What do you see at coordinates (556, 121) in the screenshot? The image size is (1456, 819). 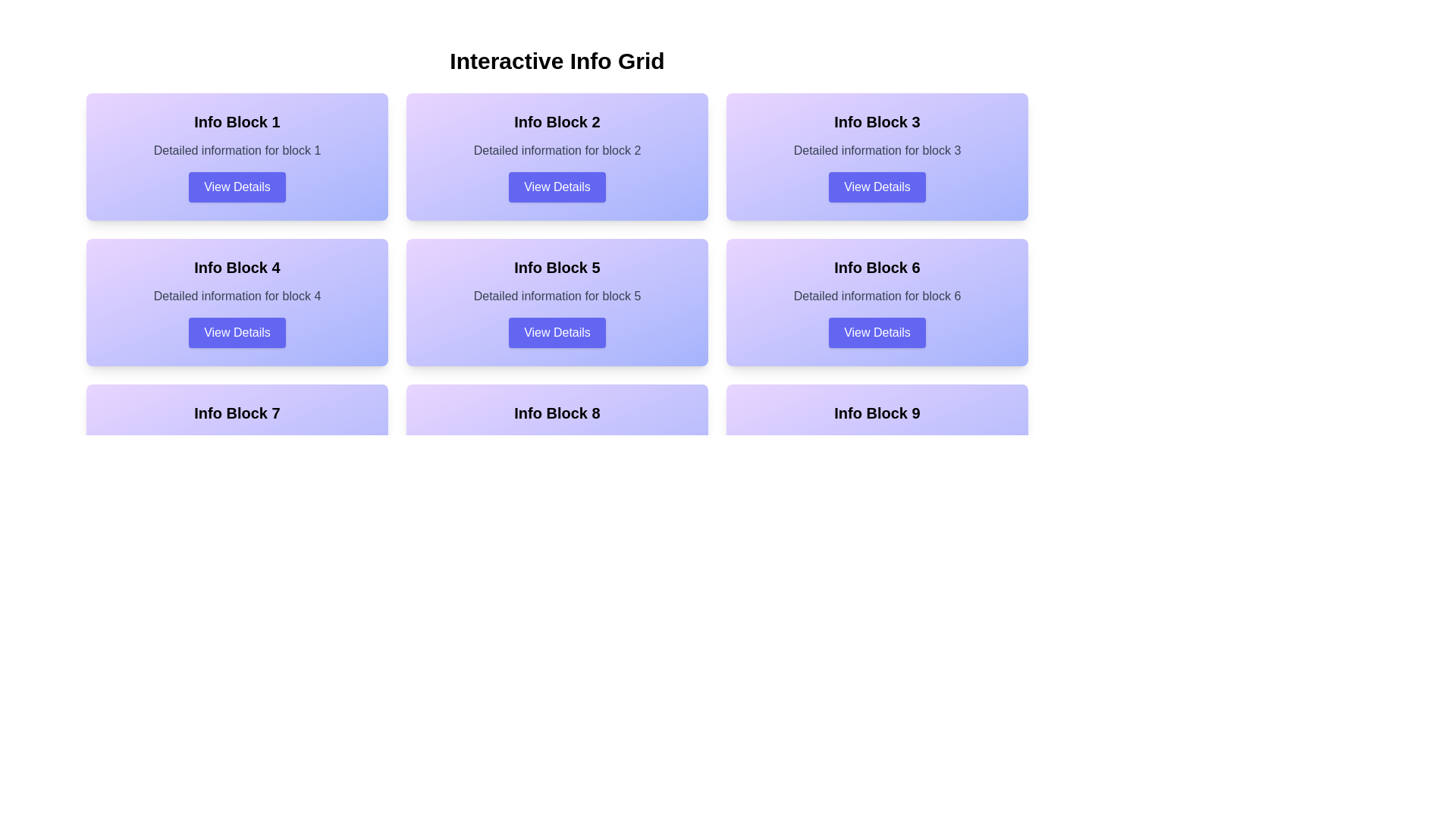 I see `the text label with the text 'Info Block 2', which is a bold and large heading styled element located in the top row, second column of a 3x3 grid` at bounding box center [556, 121].